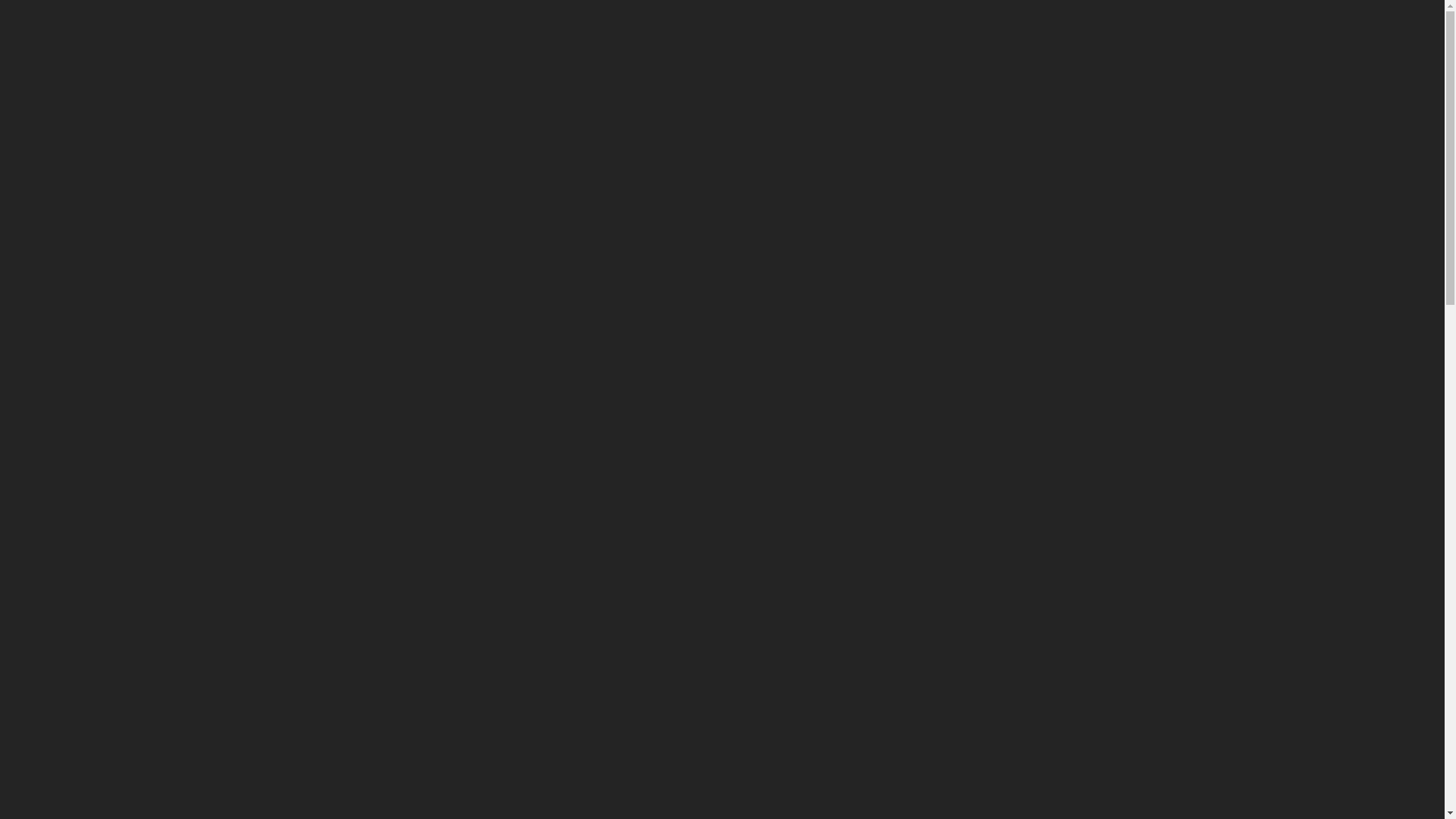 This screenshot has width=1456, height=819. What do you see at coordinates (541, 83) in the screenshot?
I see `'RECENT PROJECTS'` at bounding box center [541, 83].